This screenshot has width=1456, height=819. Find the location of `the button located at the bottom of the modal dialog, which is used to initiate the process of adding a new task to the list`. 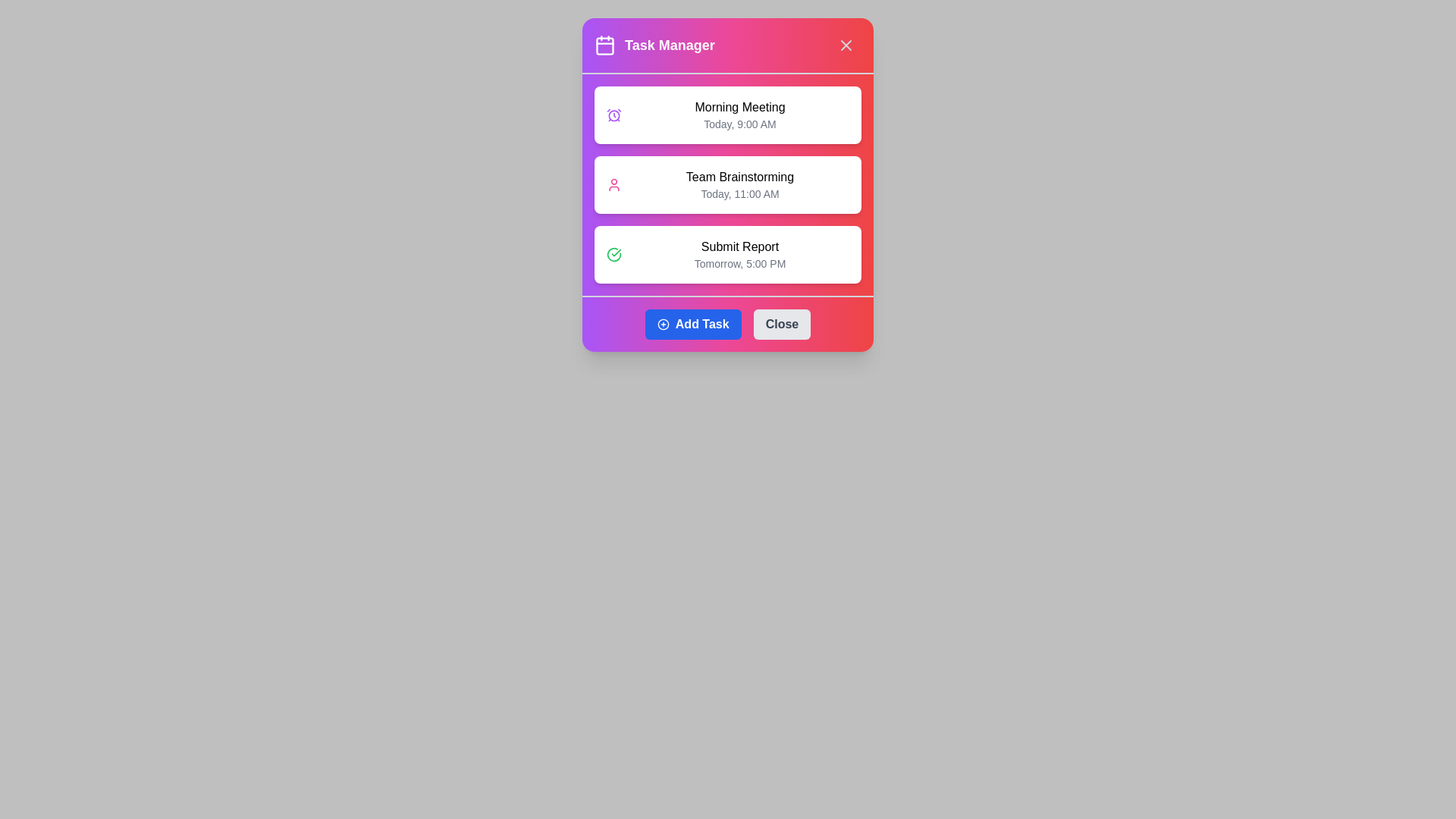

the button located at the bottom of the modal dialog, which is used to initiate the process of adding a new task to the list is located at coordinates (701, 324).